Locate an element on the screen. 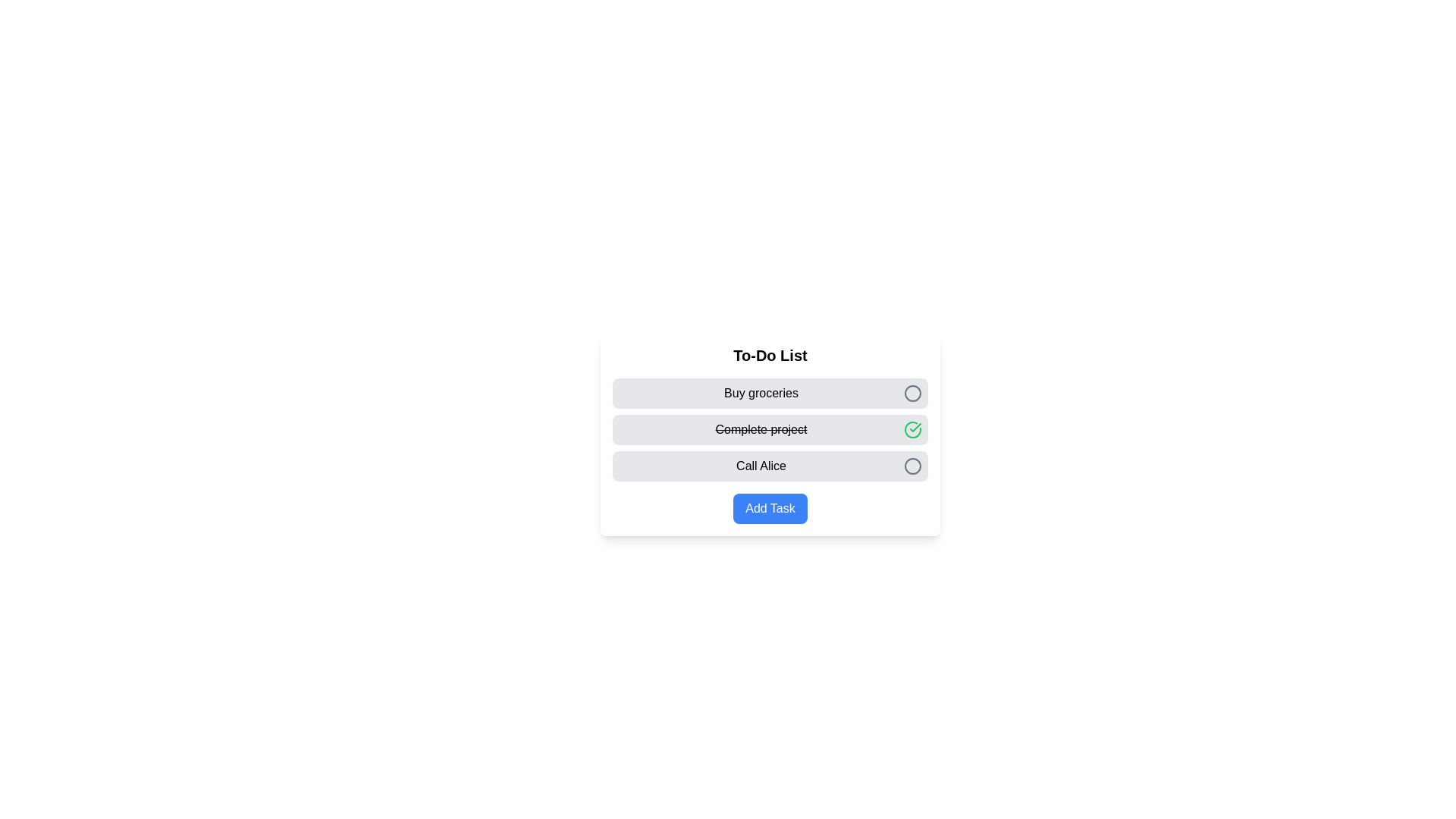 The height and width of the screenshot is (819, 1456). the bold 'To-Do List' text label at the top of the interface, which serves as a header for the task list is located at coordinates (770, 356).